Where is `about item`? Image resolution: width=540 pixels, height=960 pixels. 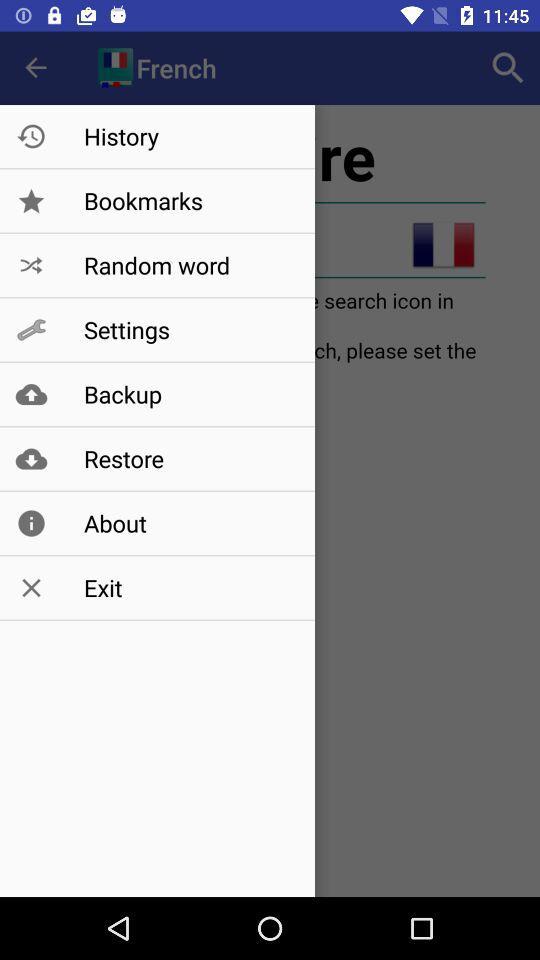
about item is located at coordinates (189, 522).